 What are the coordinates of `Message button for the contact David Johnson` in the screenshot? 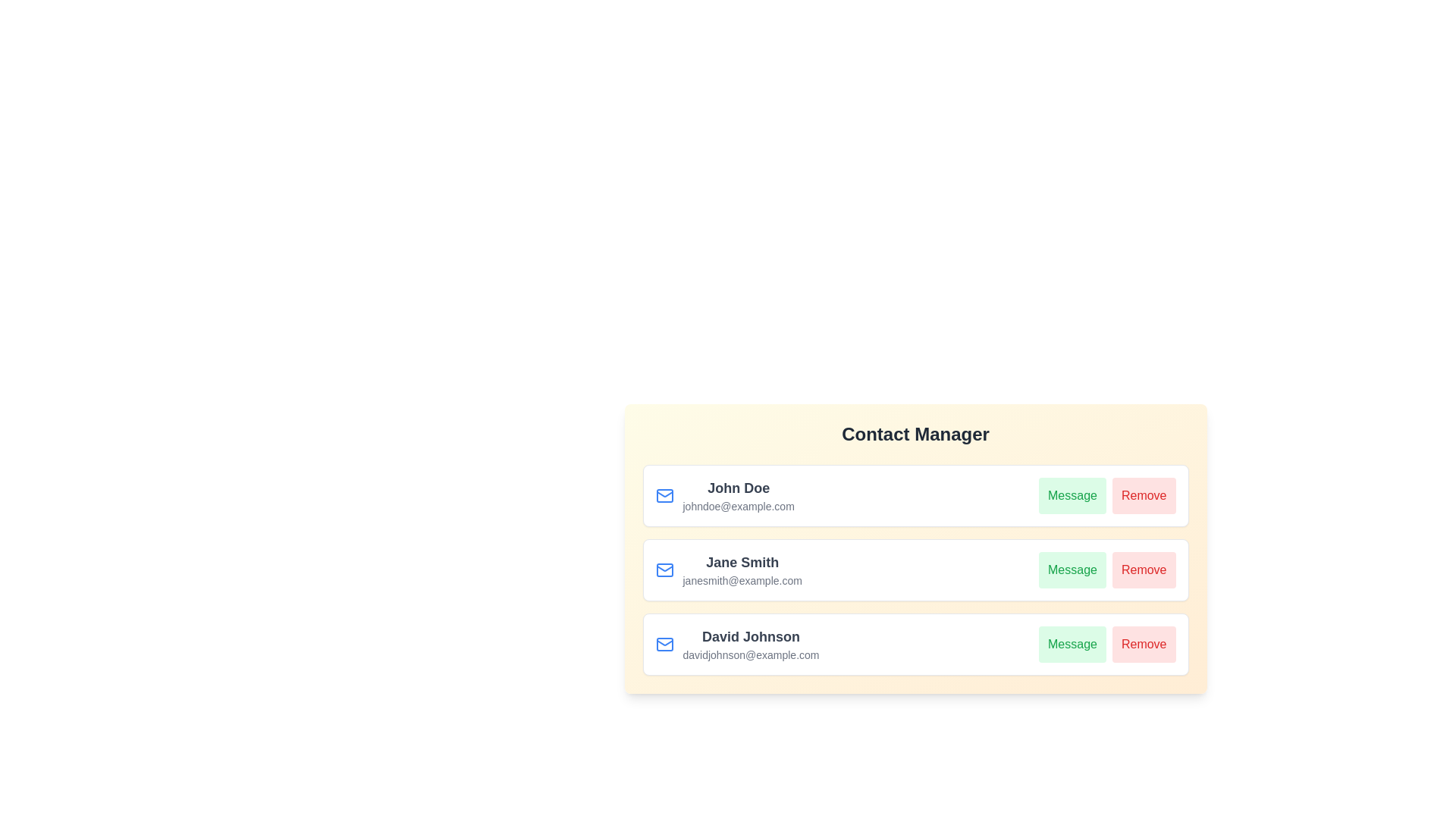 It's located at (1072, 644).